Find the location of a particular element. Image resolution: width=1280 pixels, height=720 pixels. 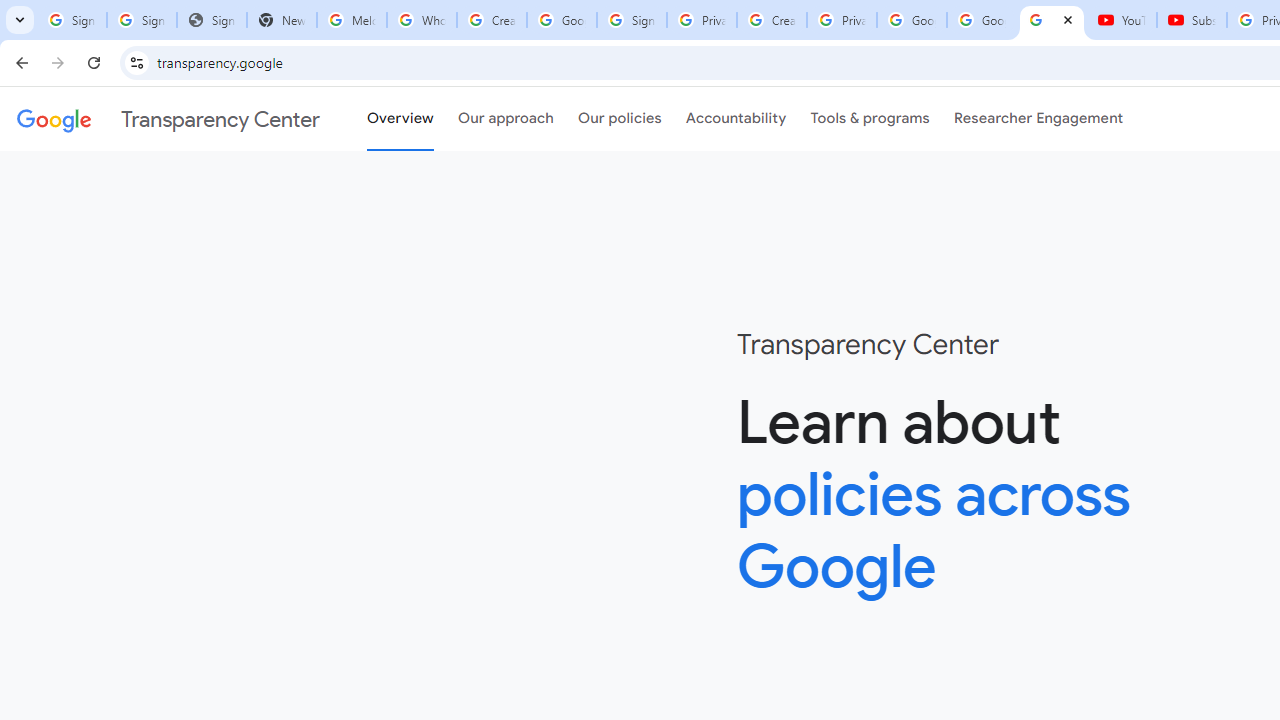

'Transparency Center' is located at coordinates (168, 119).